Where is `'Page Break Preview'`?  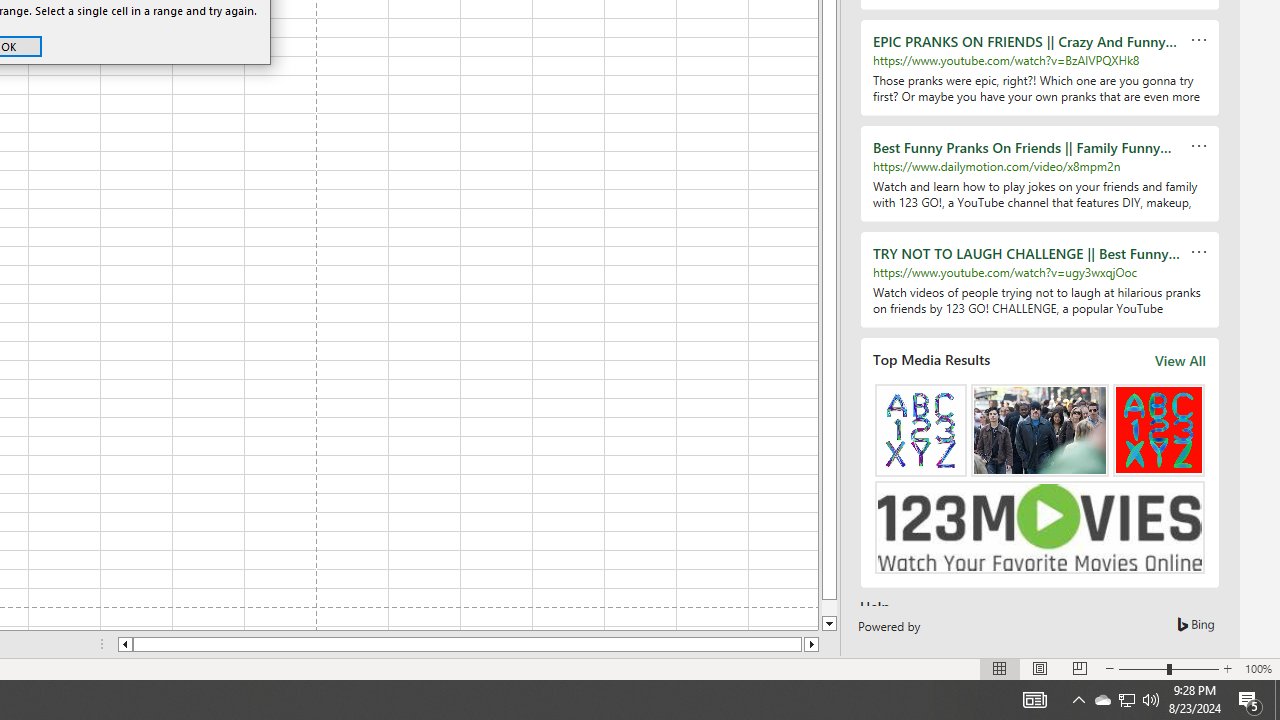 'Page Break Preview' is located at coordinates (1078, 669).